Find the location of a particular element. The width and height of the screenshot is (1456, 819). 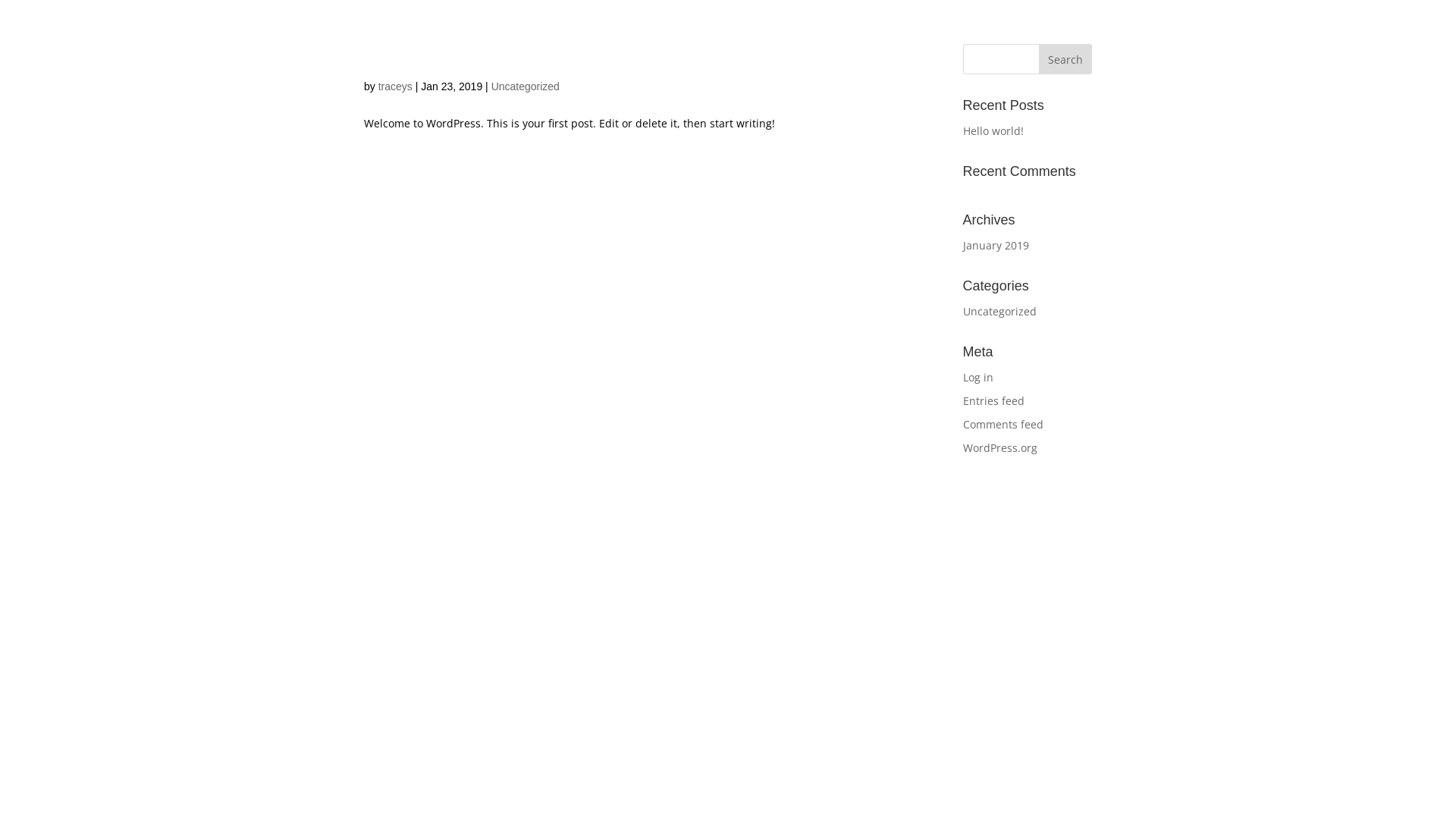

'Comments feed' is located at coordinates (1003, 424).